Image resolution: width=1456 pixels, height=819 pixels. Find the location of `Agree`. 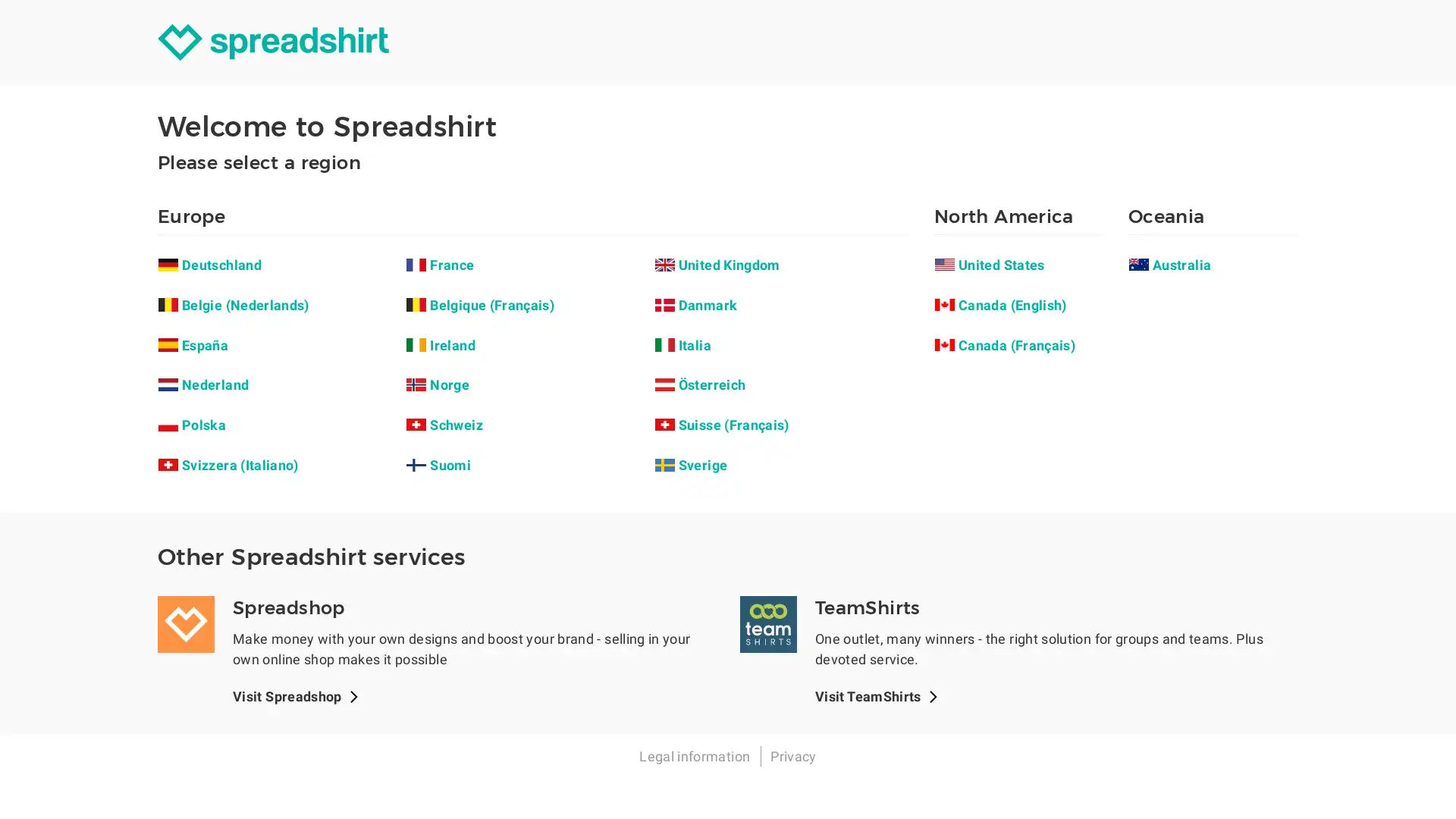

Agree is located at coordinates (784, 366).